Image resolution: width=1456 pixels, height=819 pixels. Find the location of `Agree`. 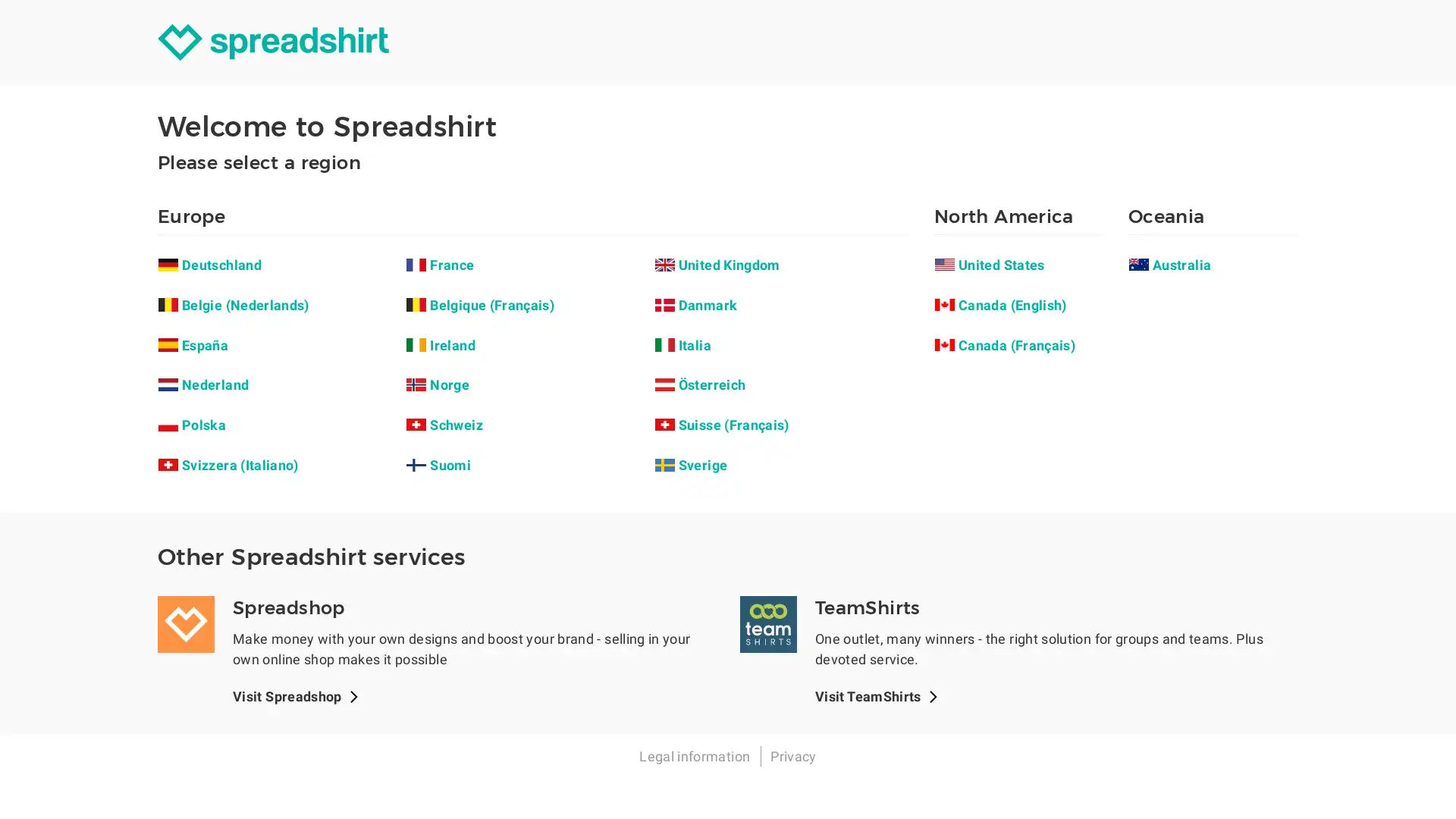

Agree is located at coordinates (784, 366).